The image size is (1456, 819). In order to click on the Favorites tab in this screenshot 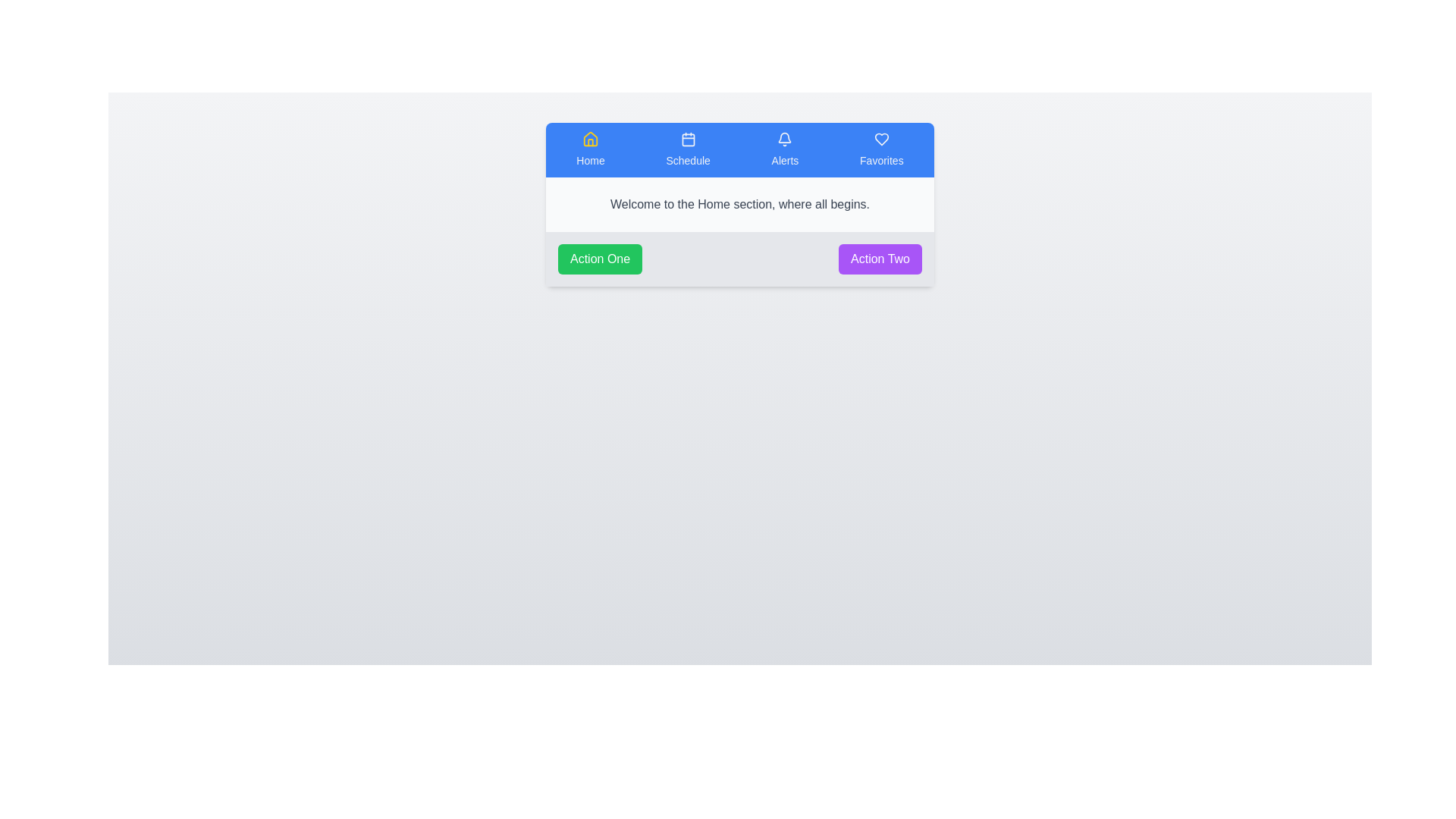, I will do `click(881, 149)`.